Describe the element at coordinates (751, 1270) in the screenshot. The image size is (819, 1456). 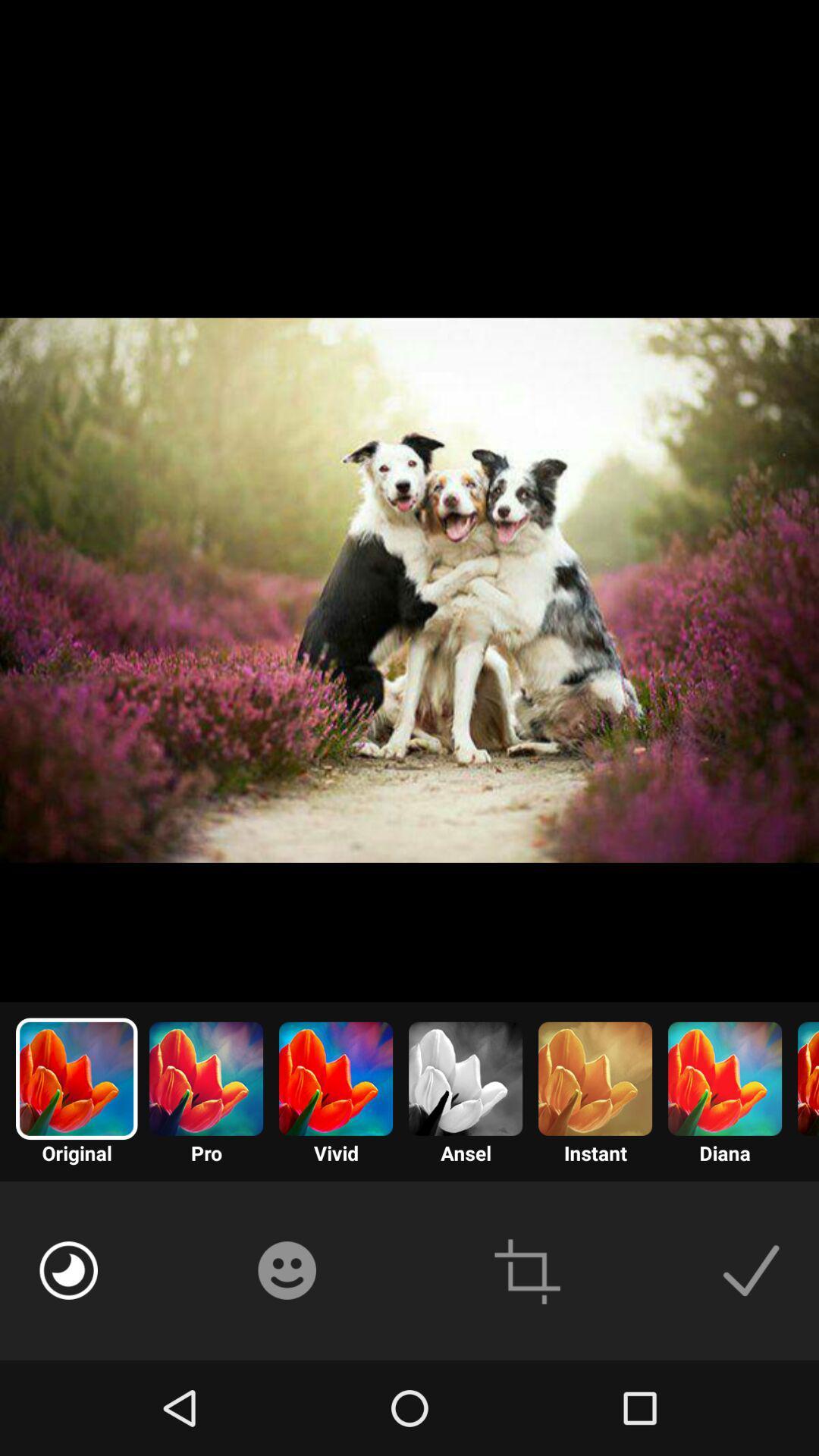
I see `the image to use` at that location.